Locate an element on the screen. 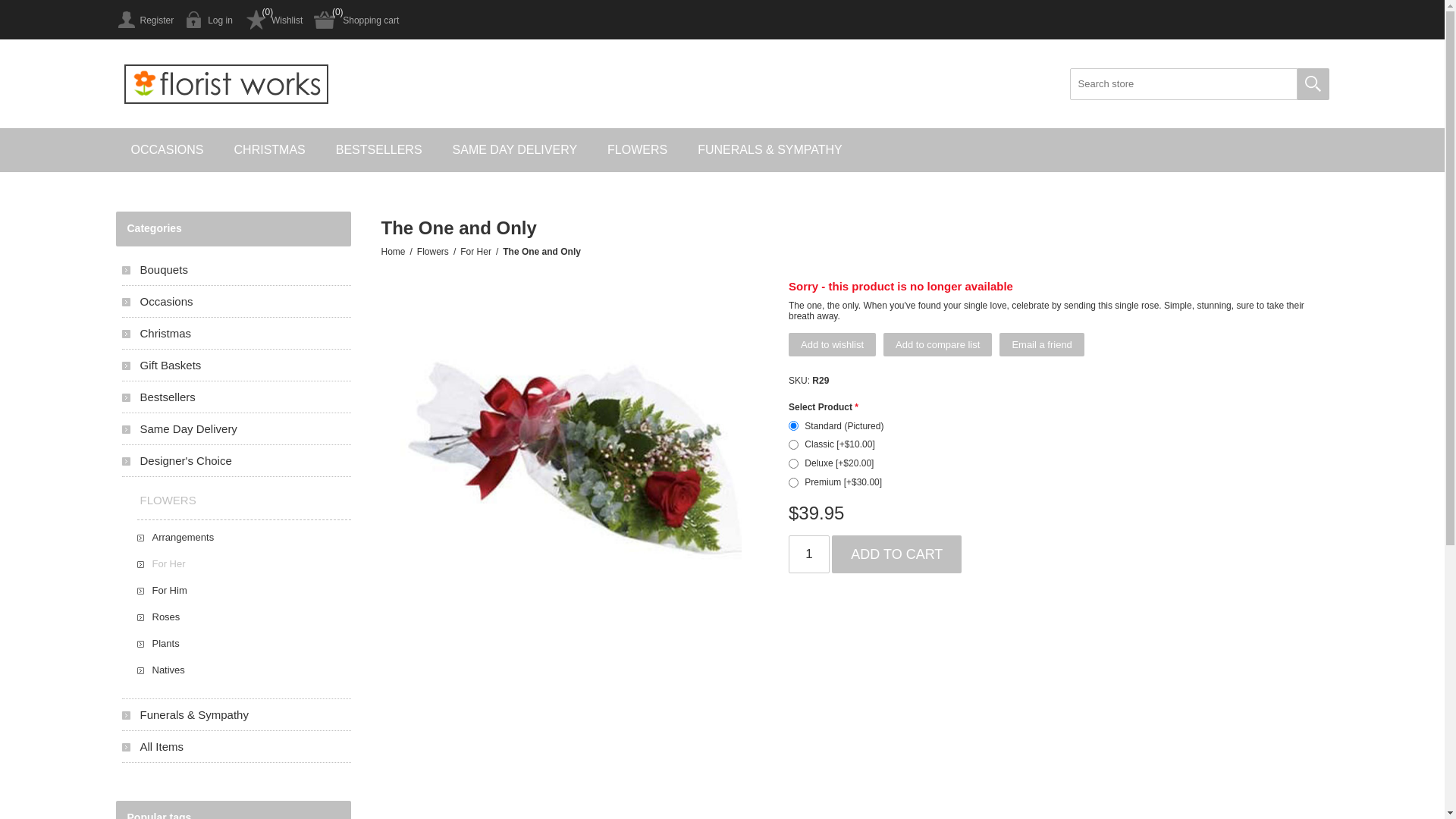 The width and height of the screenshot is (1456, 819). 'Natives' is located at coordinates (243, 669).